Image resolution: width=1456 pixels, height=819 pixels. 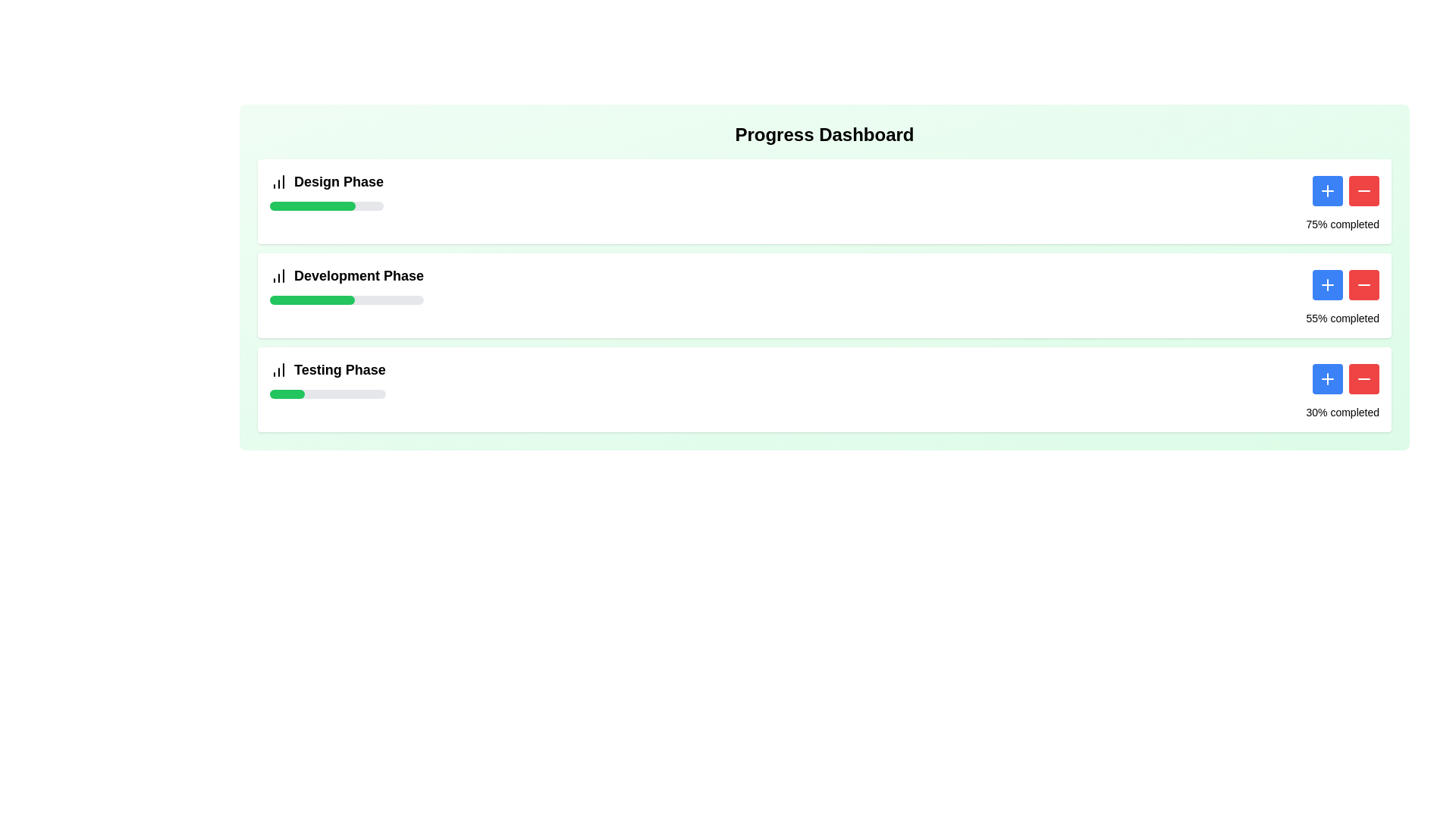 What do you see at coordinates (1327, 190) in the screenshot?
I see `the blue increment button located at the end of the 'Design Phase' progress card, positioned to the left of the red minus button` at bounding box center [1327, 190].